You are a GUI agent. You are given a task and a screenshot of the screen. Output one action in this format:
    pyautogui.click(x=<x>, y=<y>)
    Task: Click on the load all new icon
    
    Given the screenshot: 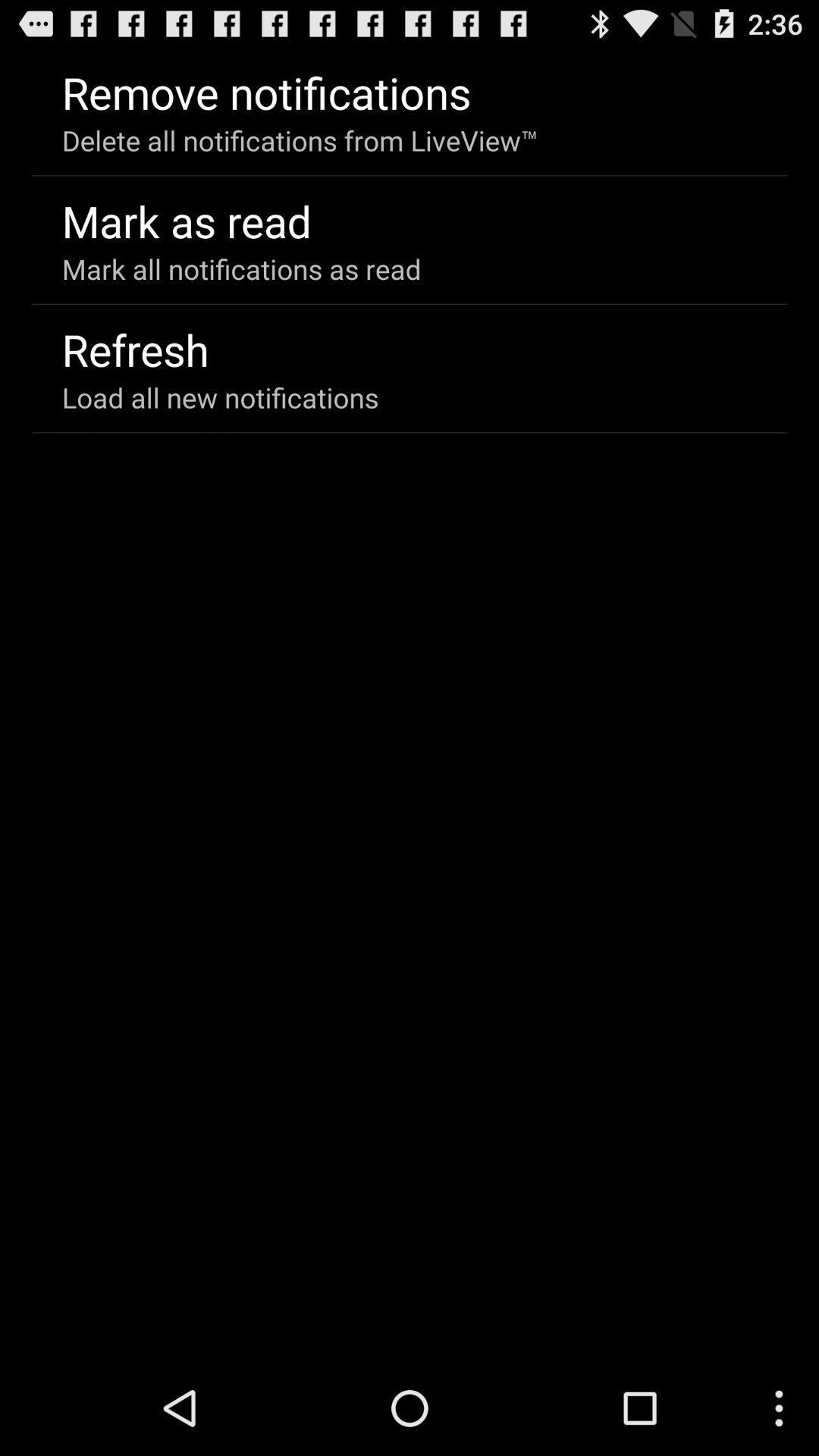 What is the action you would take?
    pyautogui.click(x=220, y=397)
    